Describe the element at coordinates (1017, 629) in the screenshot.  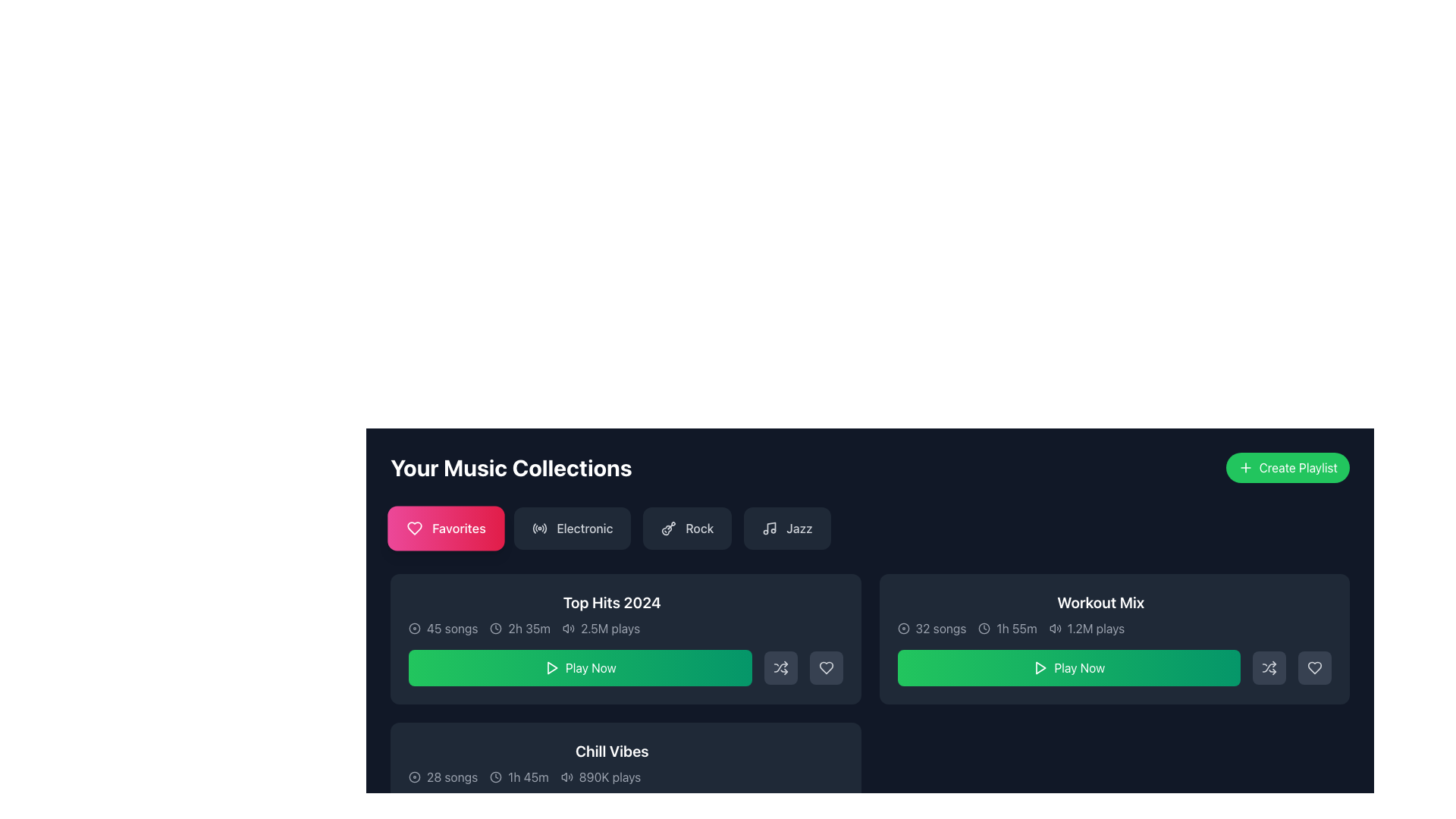
I see `the Text display that shows the duration '1h 55m' in the 'Workout Mix' card section, which is the second element from the left after the clock icon` at that location.